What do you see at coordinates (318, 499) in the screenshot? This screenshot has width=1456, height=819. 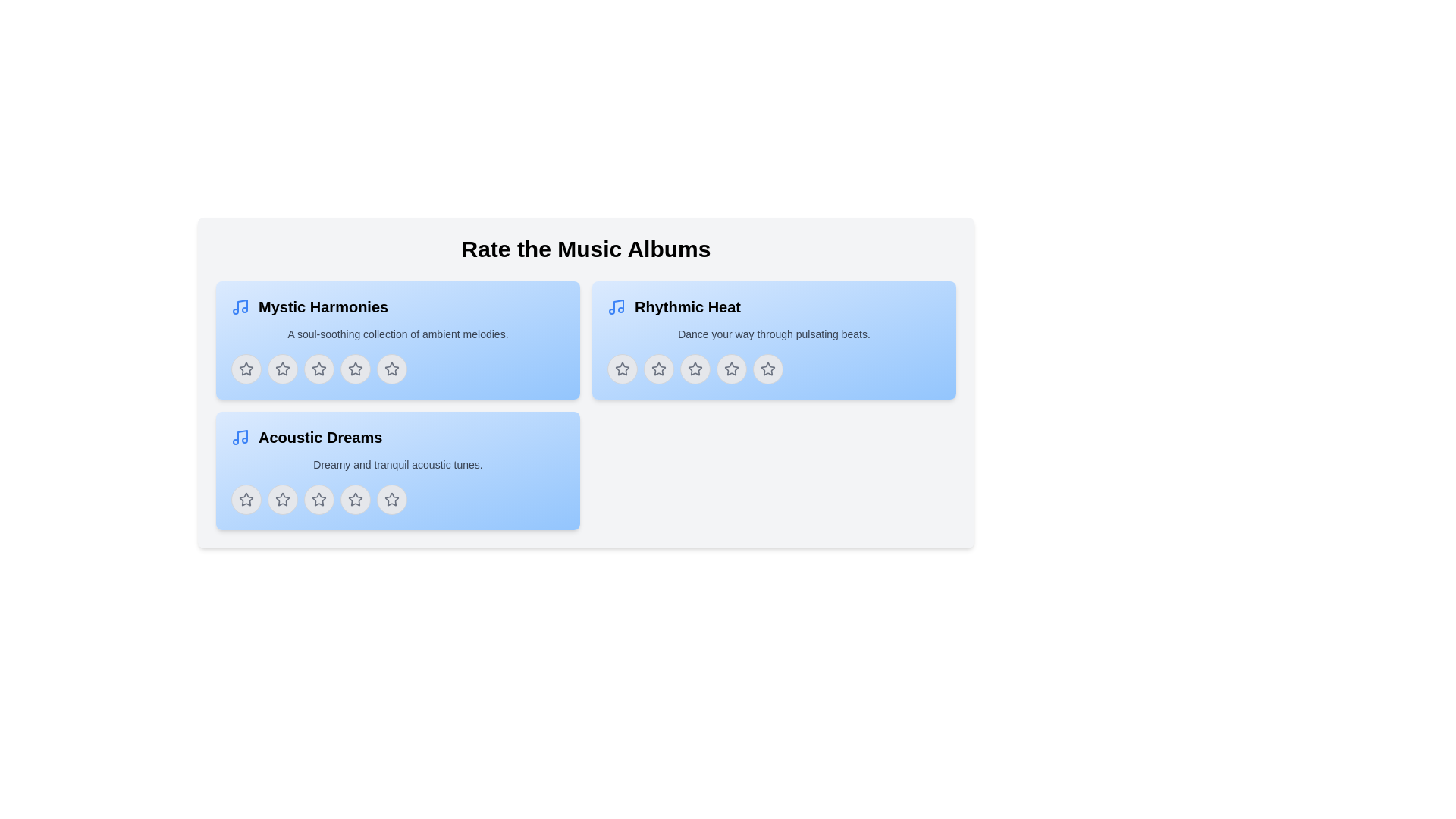 I see `on the third star-shaped rating icon in the 'Acoustic Dreams' section` at bounding box center [318, 499].